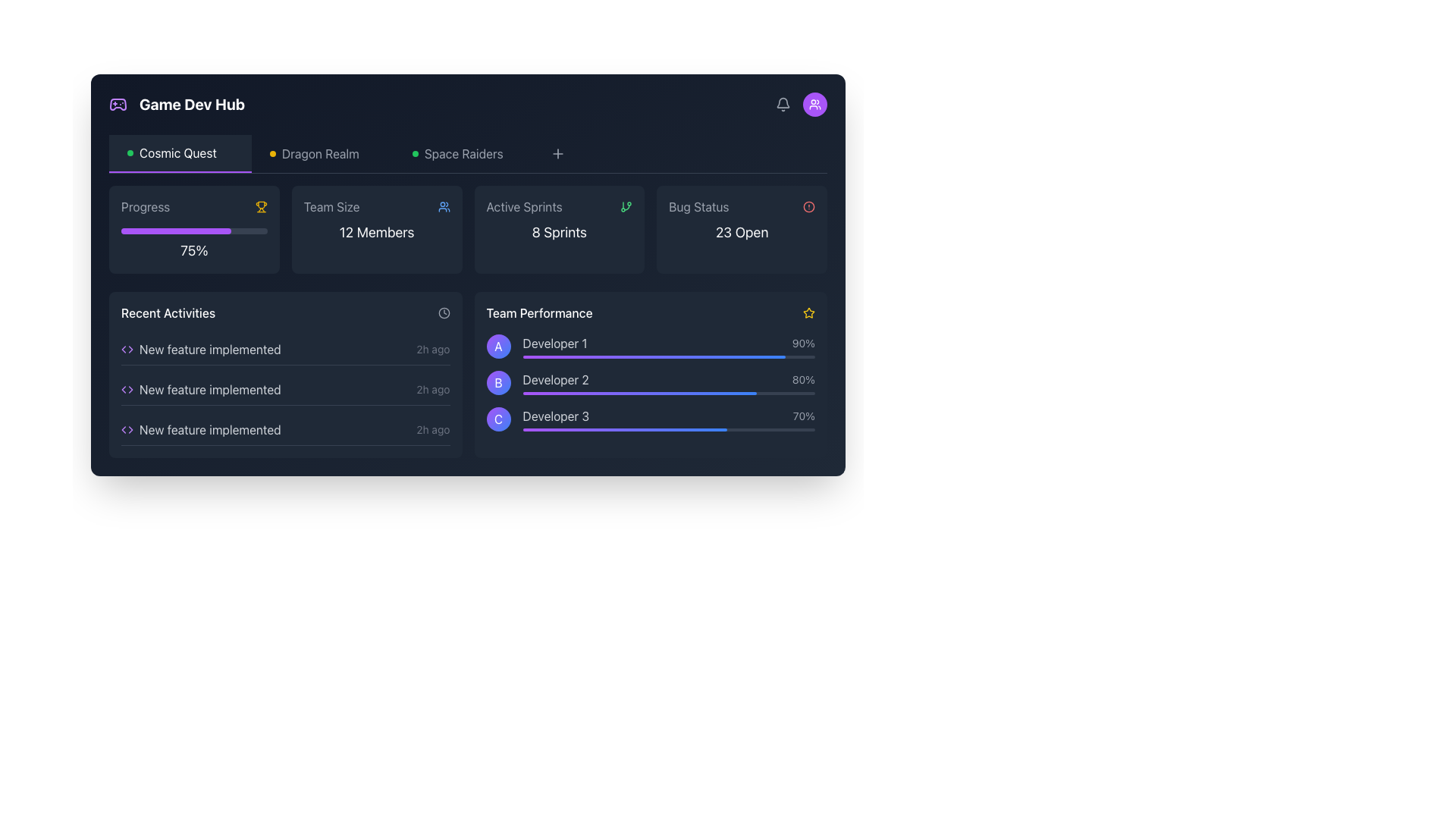 The width and height of the screenshot is (1456, 819). Describe the element at coordinates (803, 416) in the screenshot. I see `the displayed percentage value from the text label indicating the performance metric` at that location.